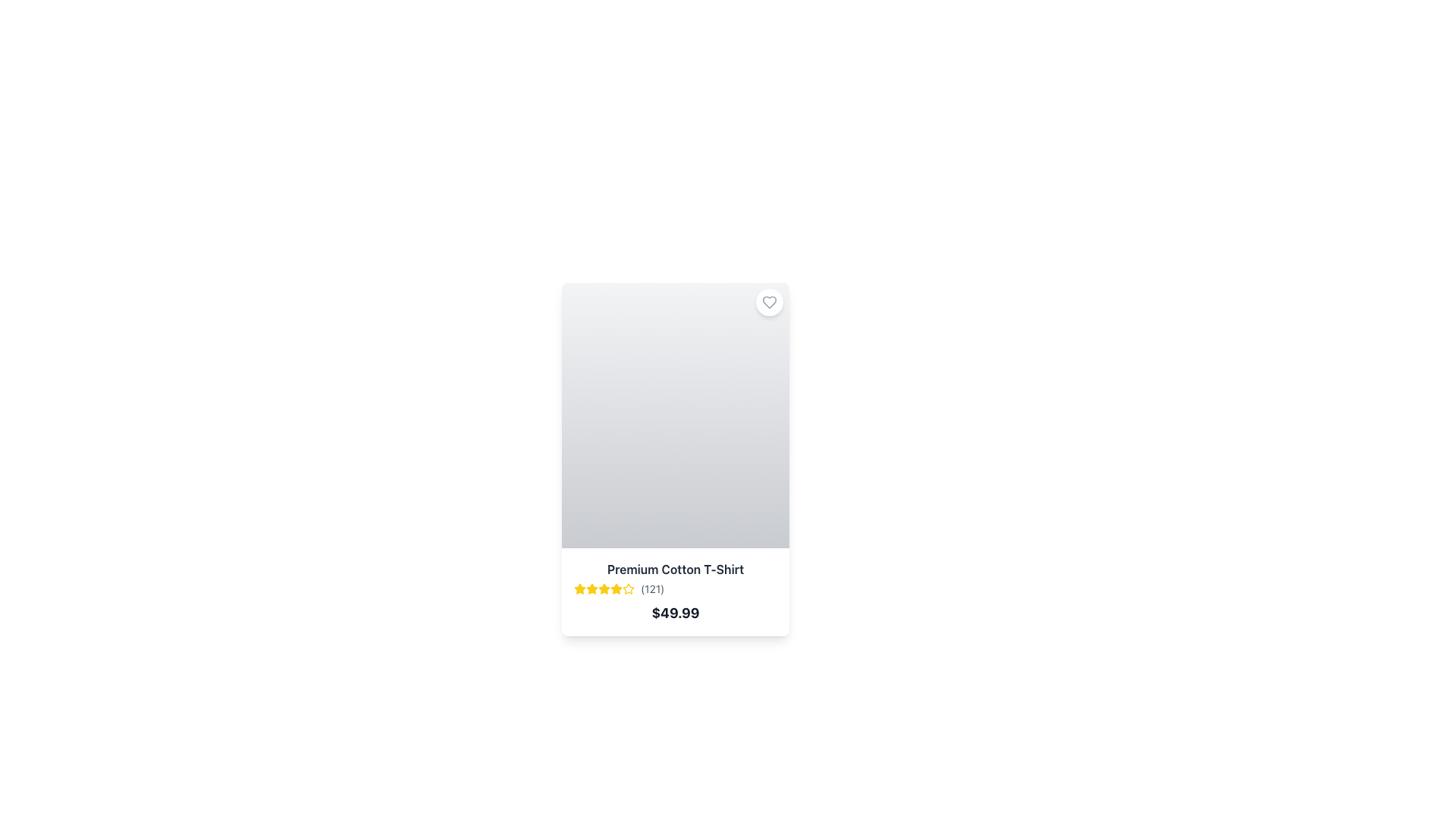  Describe the element at coordinates (769, 302) in the screenshot. I see `the heart icon located at the top-right corner of the card layout to signify a preference or save the associated item` at that location.